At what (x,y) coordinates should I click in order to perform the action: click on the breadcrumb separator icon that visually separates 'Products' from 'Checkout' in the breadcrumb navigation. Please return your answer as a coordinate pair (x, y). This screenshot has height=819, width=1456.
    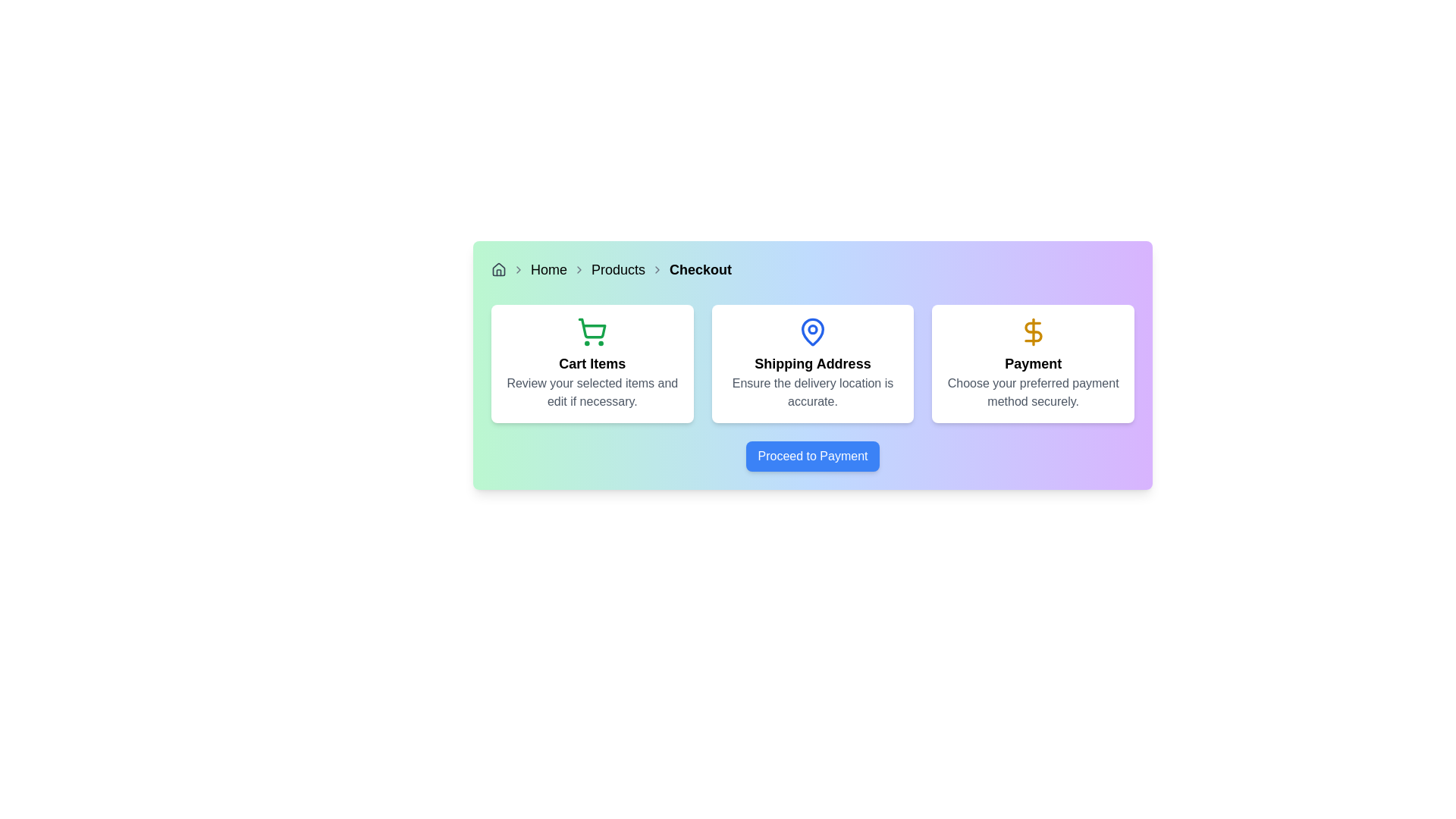
    Looking at the image, I should click on (657, 268).